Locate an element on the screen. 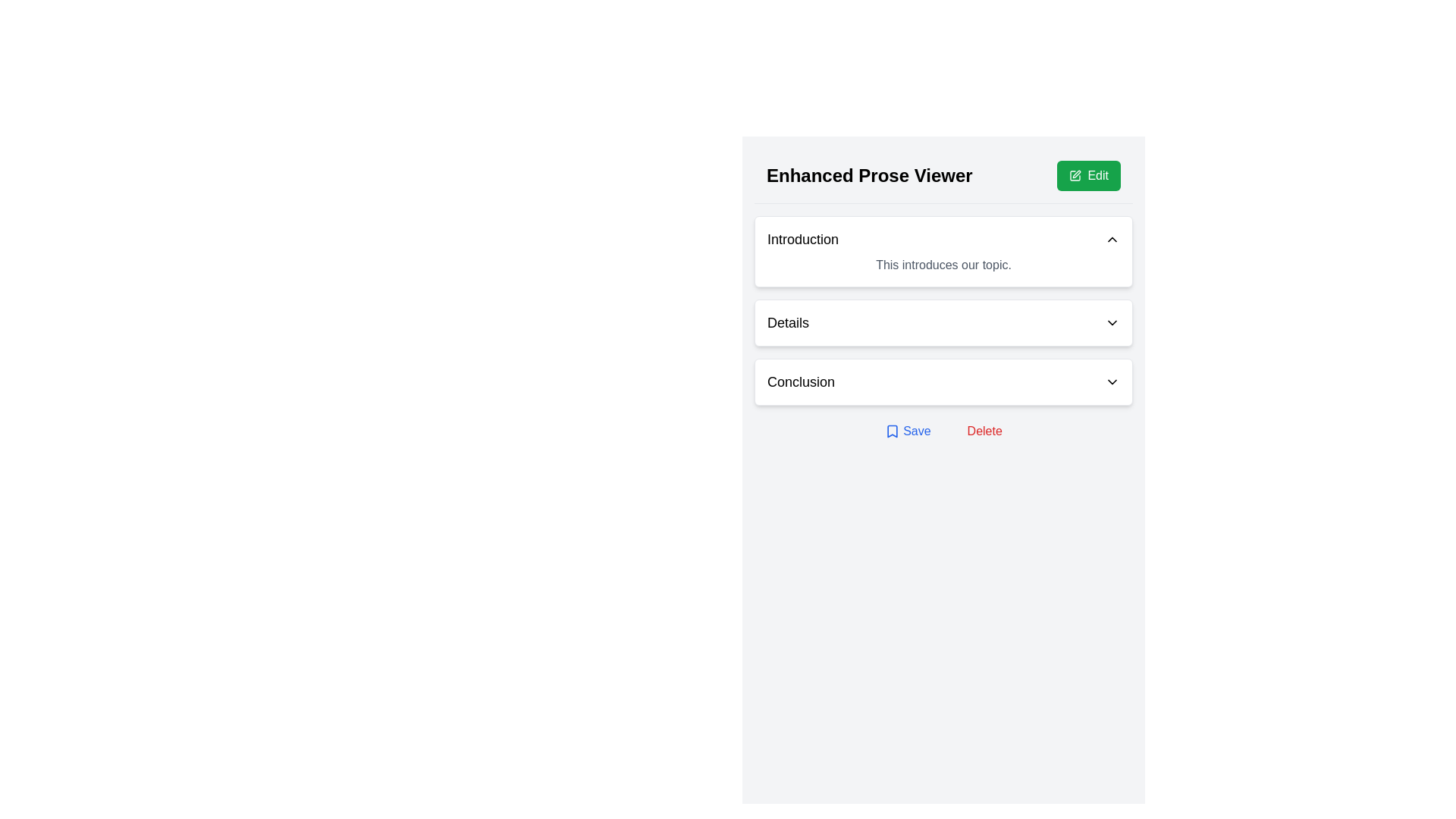 The width and height of the screenshot is (1456, 819). the Dropdown toggle located between the 'Introduction' and 'Conclusion' sections to enable keyboard interaction is located at coordinates (943, 322).